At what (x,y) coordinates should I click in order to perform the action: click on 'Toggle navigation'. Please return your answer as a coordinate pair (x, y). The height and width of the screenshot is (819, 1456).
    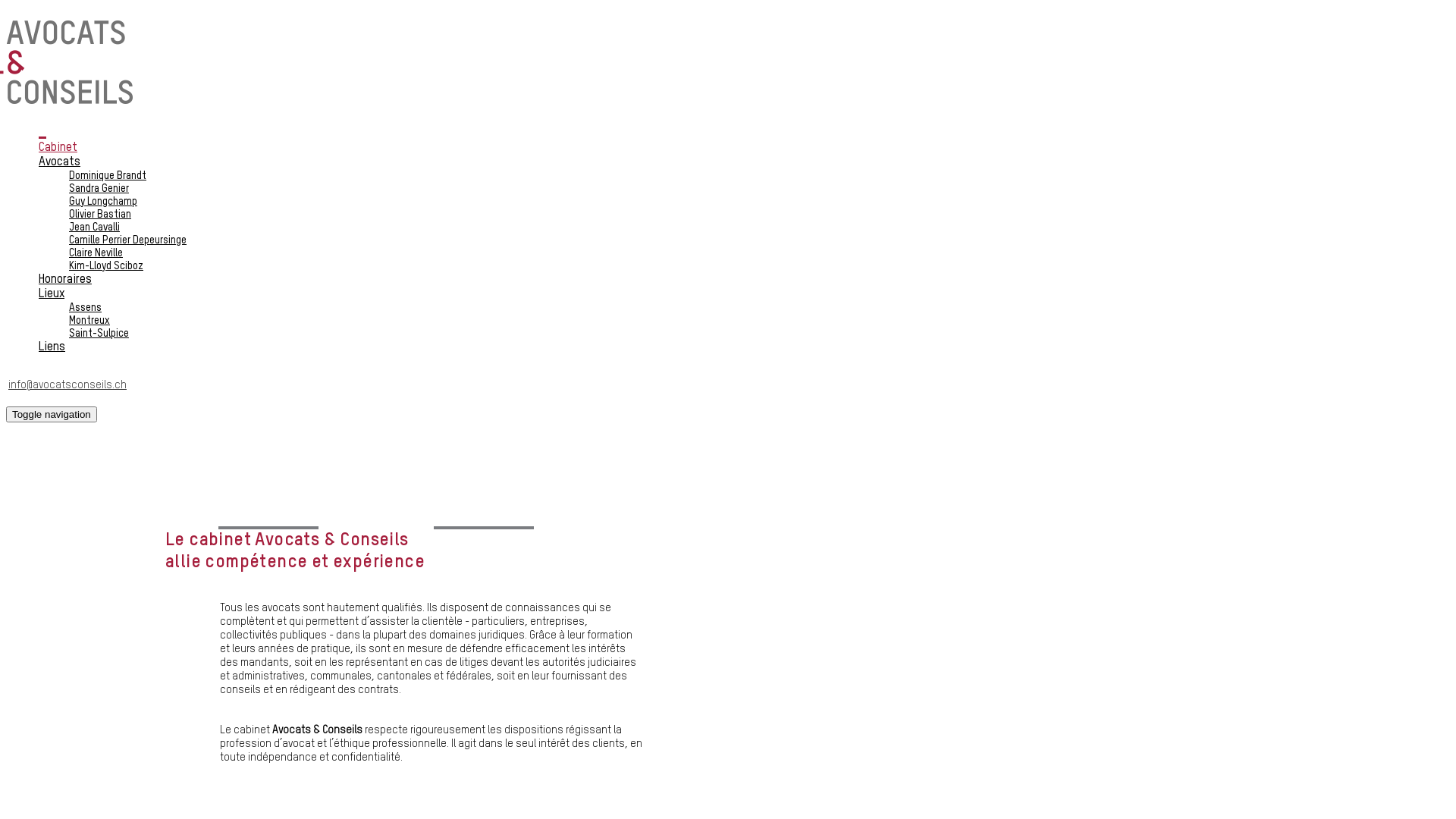
    Looking at the image, I should click on (6, 414).